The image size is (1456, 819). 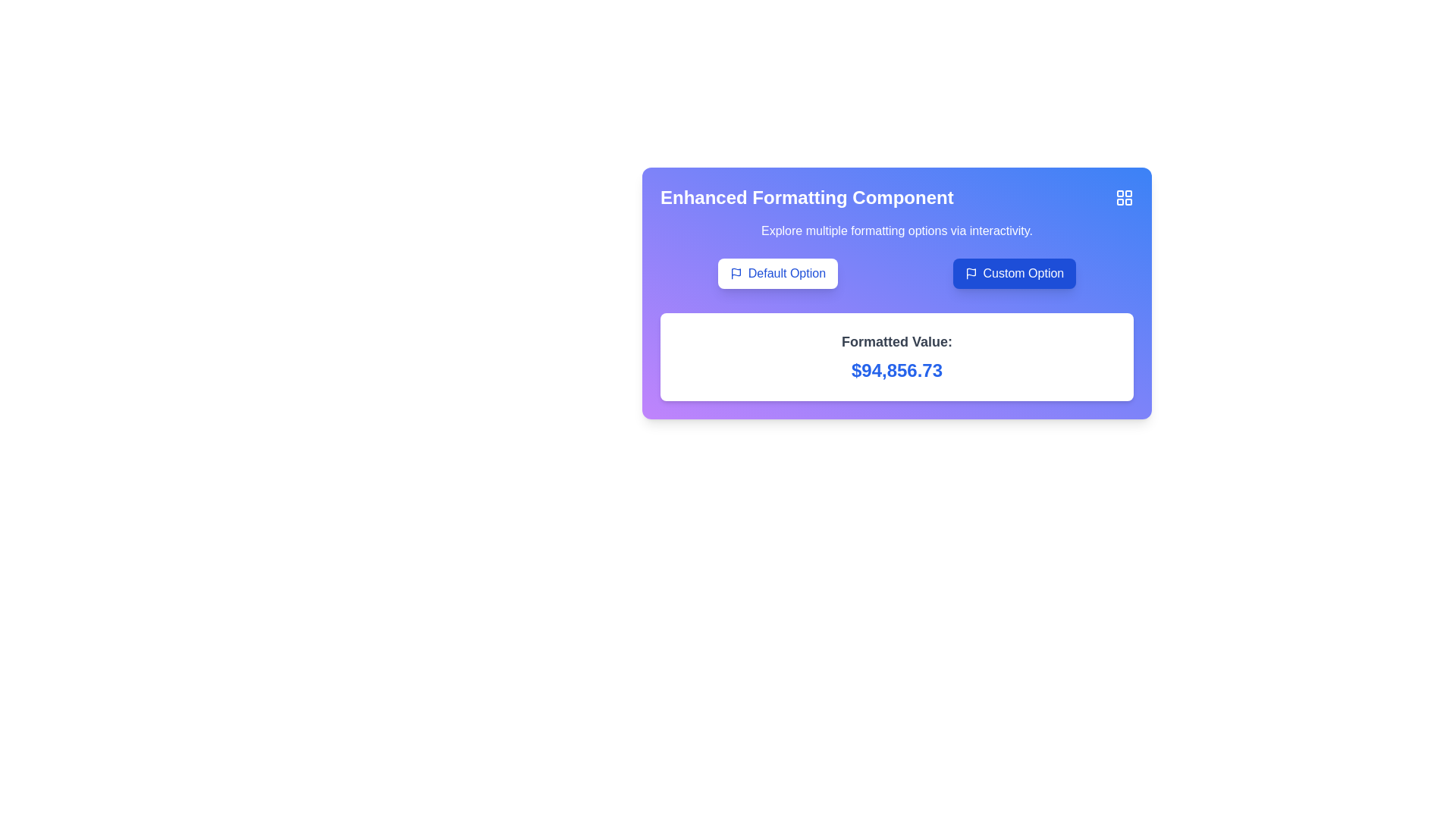 I want to click on the centered text block containing the message 'Explore multiple formatting options via interactivity.' which is located below the title 'Enhanced Formatting Component', so click(x=896, y=231).